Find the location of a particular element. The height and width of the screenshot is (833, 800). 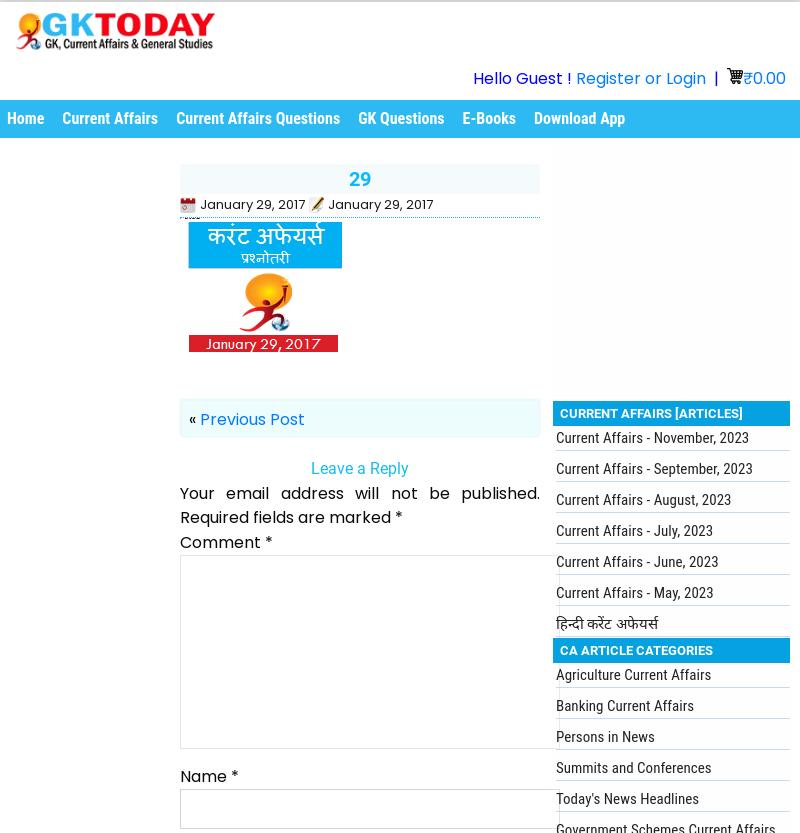

'Current Affairs Questions' is located at coordinates (257, 117).